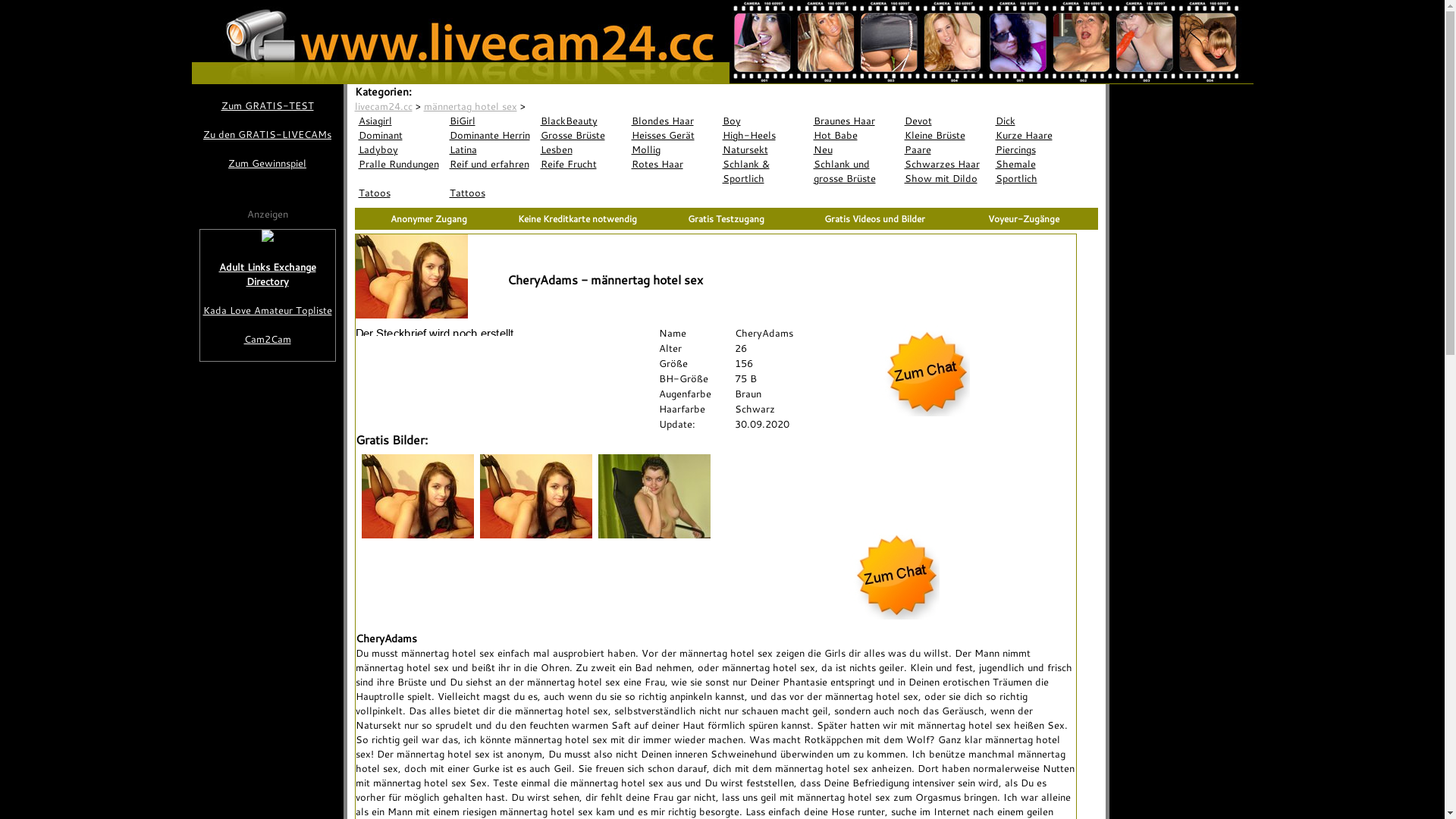 The width and height of the screenshot is (1456, 819). I want to click on 'Sportlich', so click(1037, 177).